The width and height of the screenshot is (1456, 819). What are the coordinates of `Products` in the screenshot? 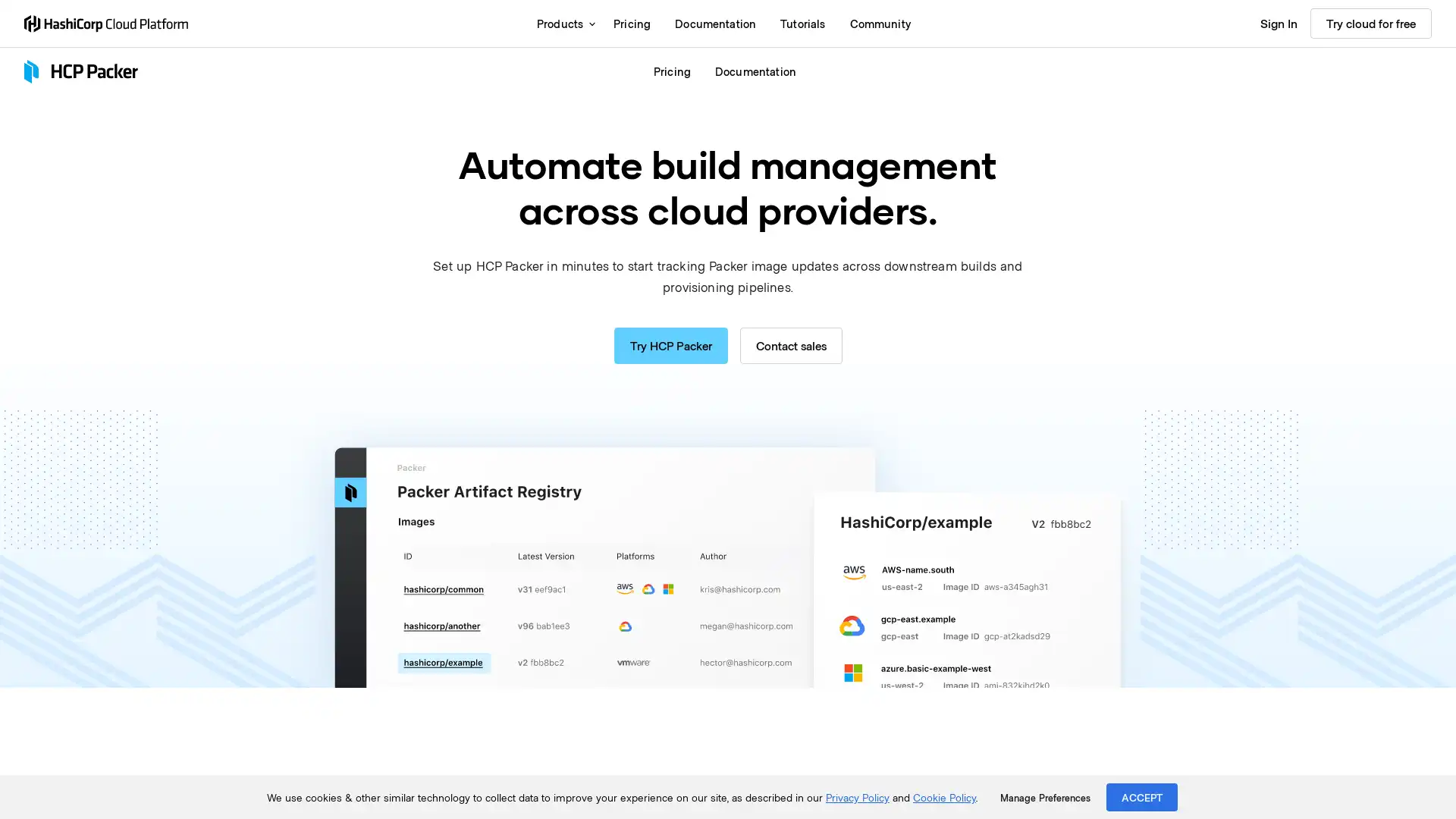 It's located at (562, 23).